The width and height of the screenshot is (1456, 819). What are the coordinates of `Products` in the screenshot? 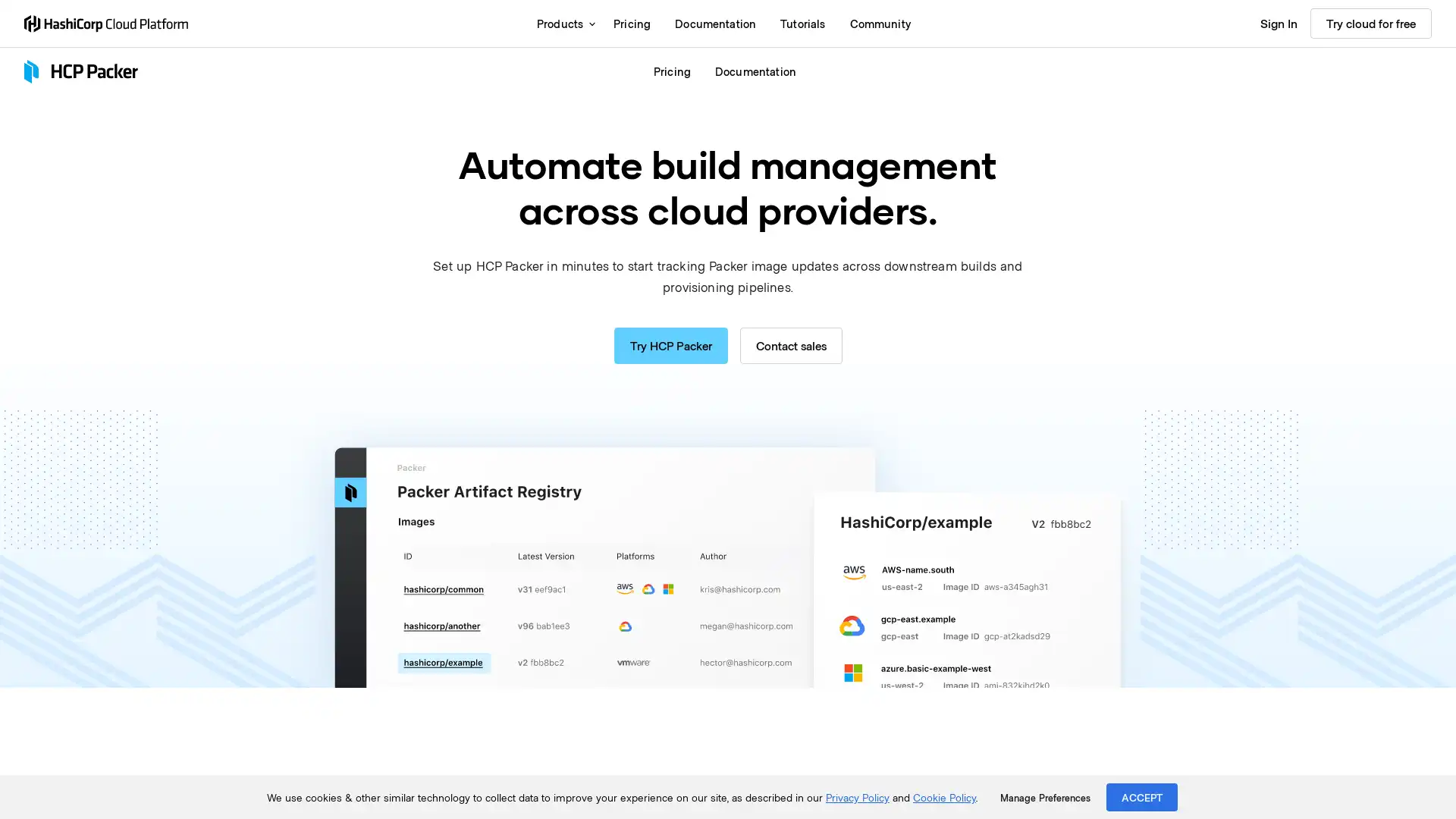 It's located at (562, 23).